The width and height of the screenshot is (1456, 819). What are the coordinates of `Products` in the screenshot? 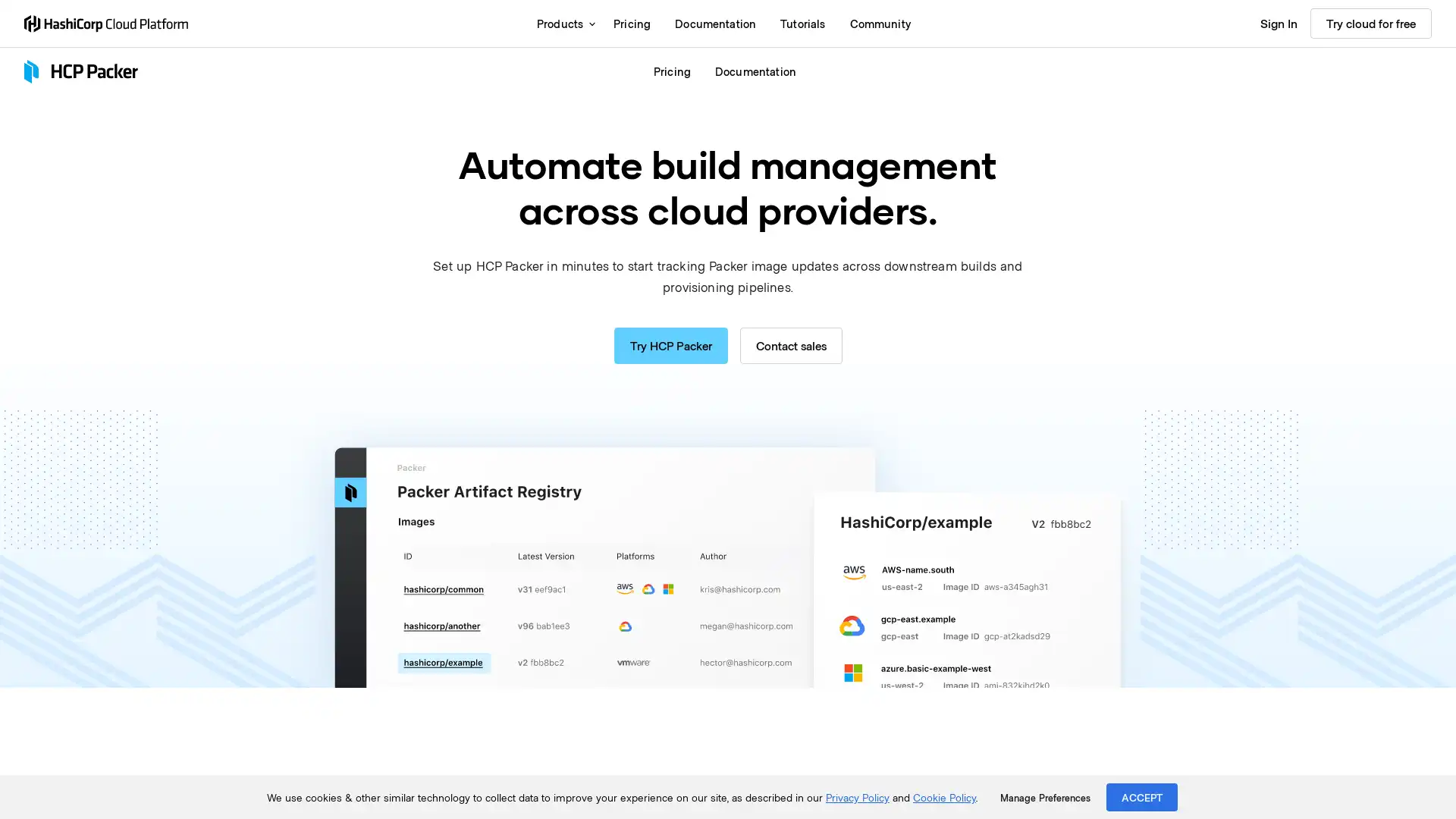 It's located at (562, 23).